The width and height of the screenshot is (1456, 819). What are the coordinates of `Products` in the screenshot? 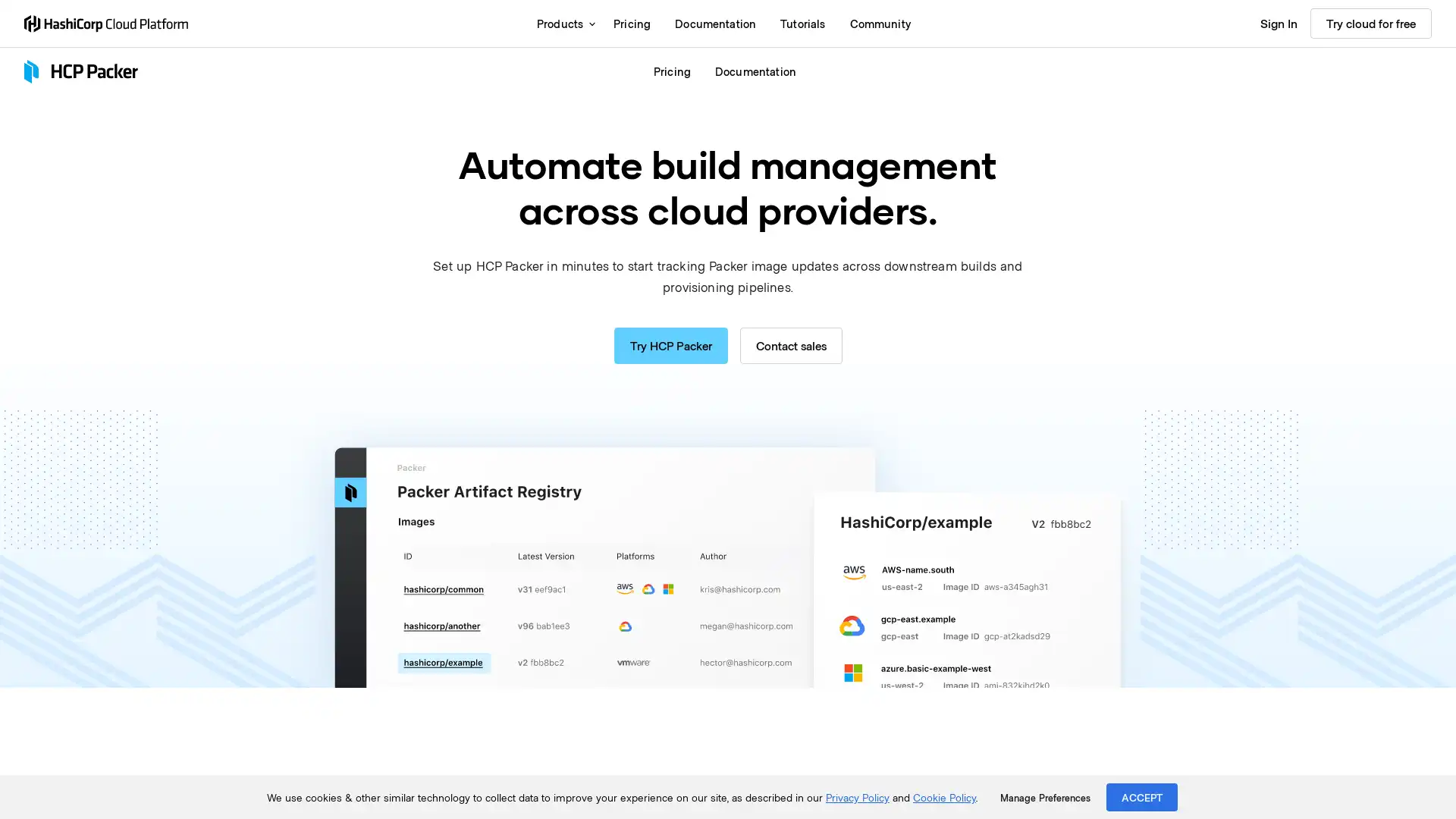 It's located at (562, 23).